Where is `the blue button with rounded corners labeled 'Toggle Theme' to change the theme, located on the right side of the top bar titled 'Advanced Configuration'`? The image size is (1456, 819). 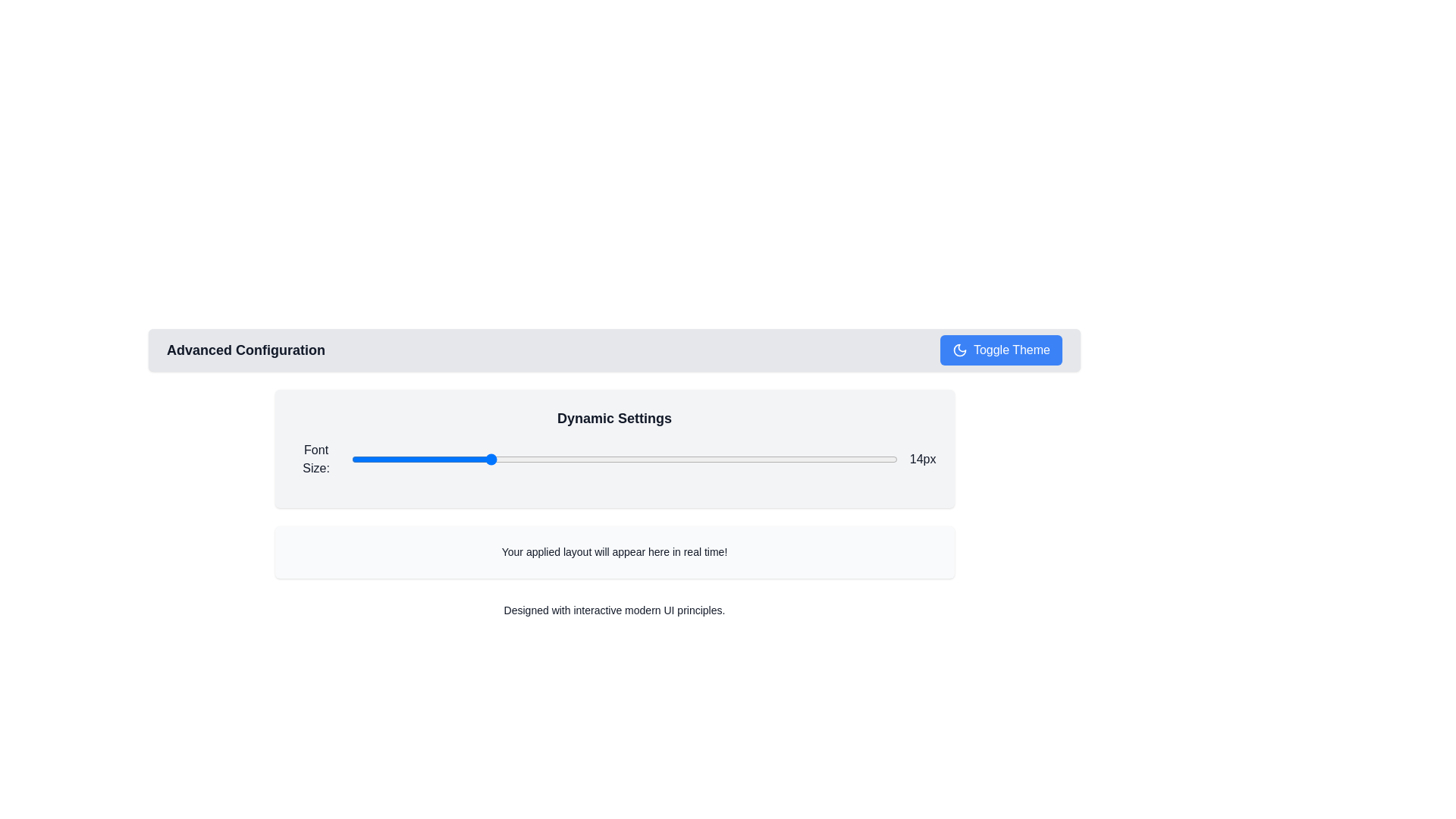
the blue button with rounded corners labeled 'Toggle Theme' to change the theme, located on the right side of the top bar titled 'Advanced Configuration' is located at coordinates (1001, 350).